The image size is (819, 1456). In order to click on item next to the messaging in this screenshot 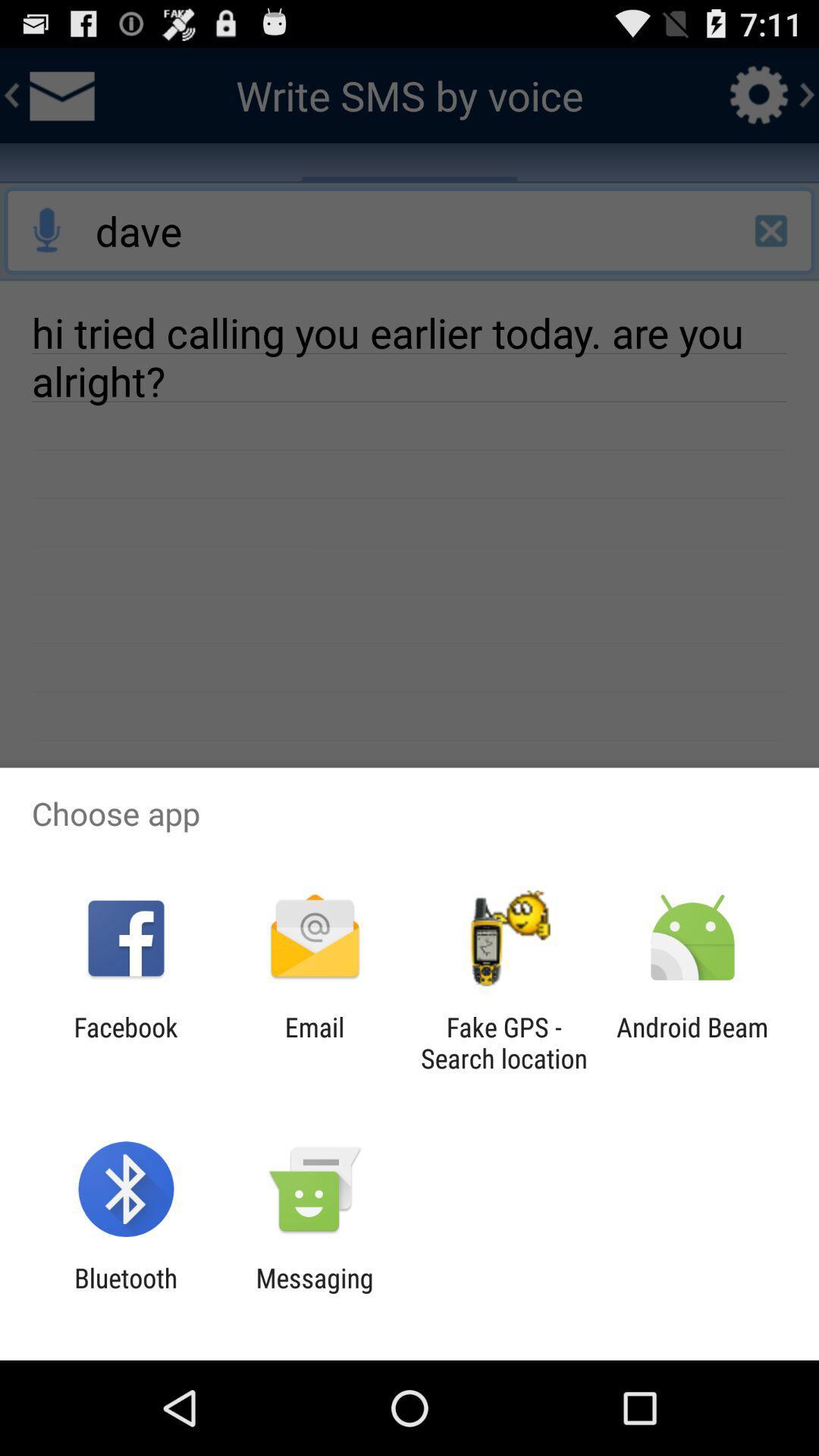, I will do `click(125, 1293)`.